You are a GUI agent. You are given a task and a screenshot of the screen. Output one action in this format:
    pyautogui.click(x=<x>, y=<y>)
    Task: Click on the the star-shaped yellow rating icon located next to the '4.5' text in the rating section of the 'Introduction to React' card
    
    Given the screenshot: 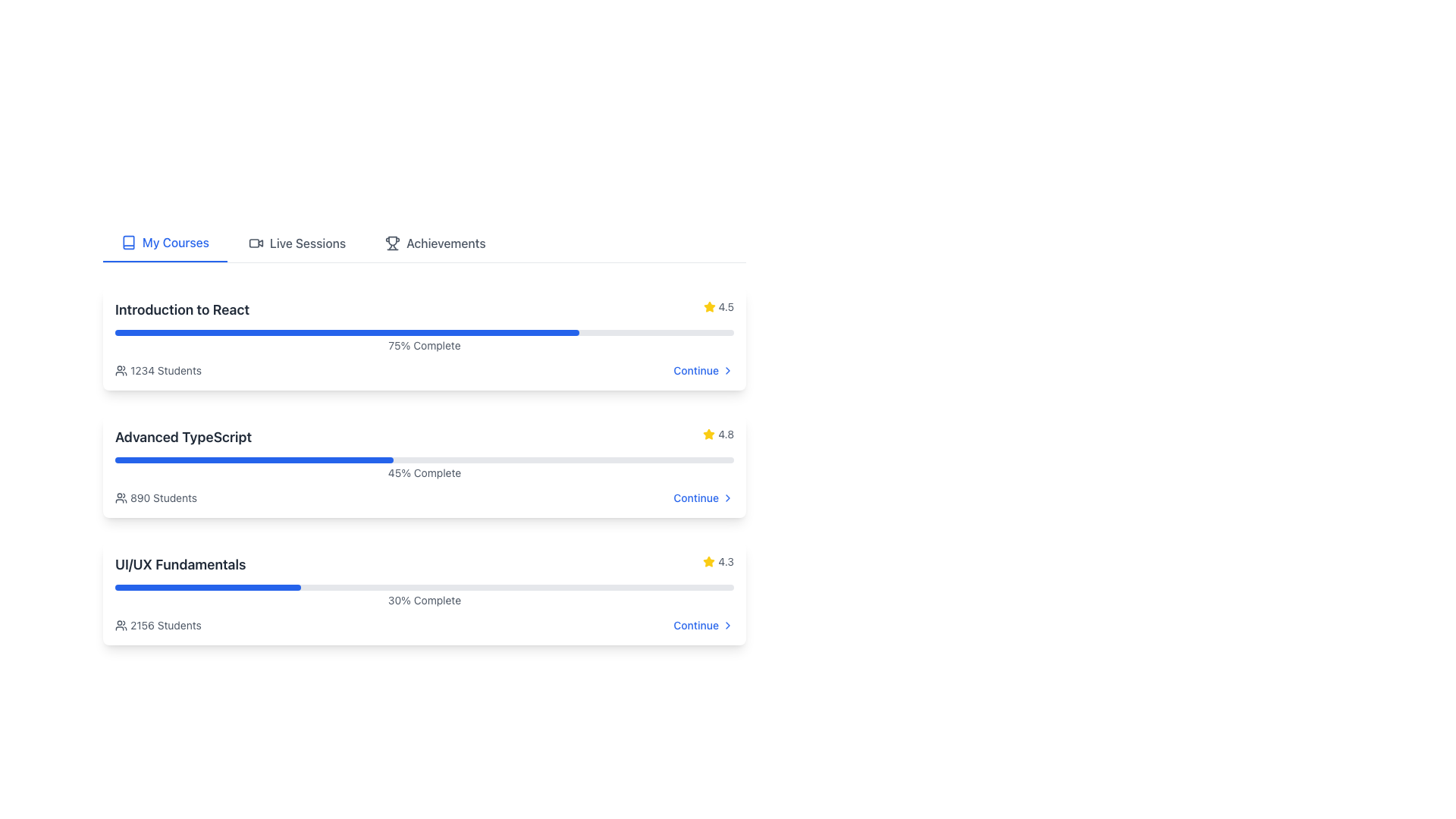 What is the action you would take?
    pyautogui.click(x=708, y=307)
    